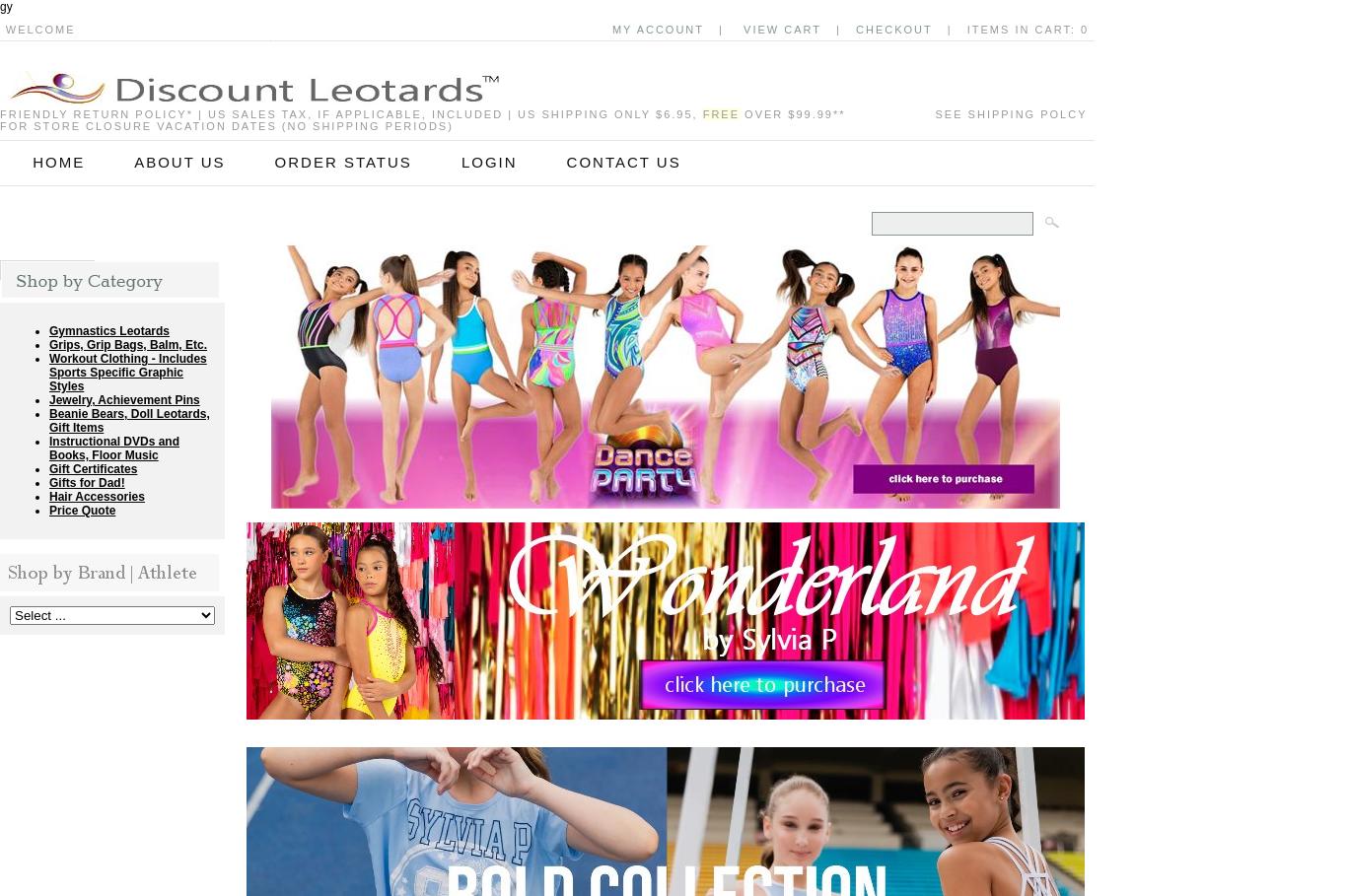 Image resolution: width=1347 pixels, height=896 pixels. What do you see at coordinates (48, 399) in the screenshot?
I see `'Jewelry, Achievement Pins'` at bounding box center [48, 399].